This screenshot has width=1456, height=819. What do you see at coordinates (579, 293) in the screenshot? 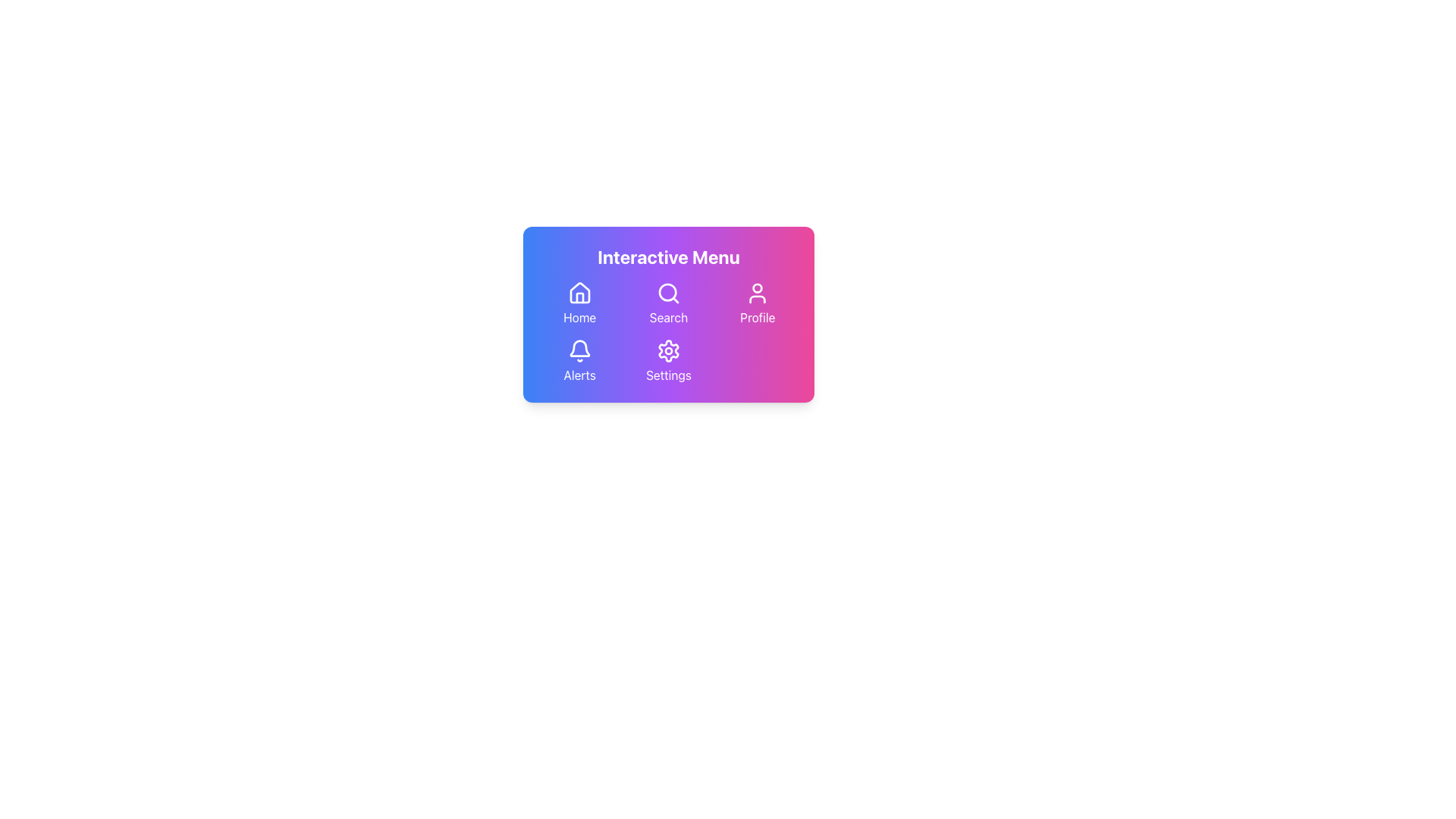
I see `the Vector Icon in the top-left corner of the 'Interactive Menu'` at bounding box center [579, 293].